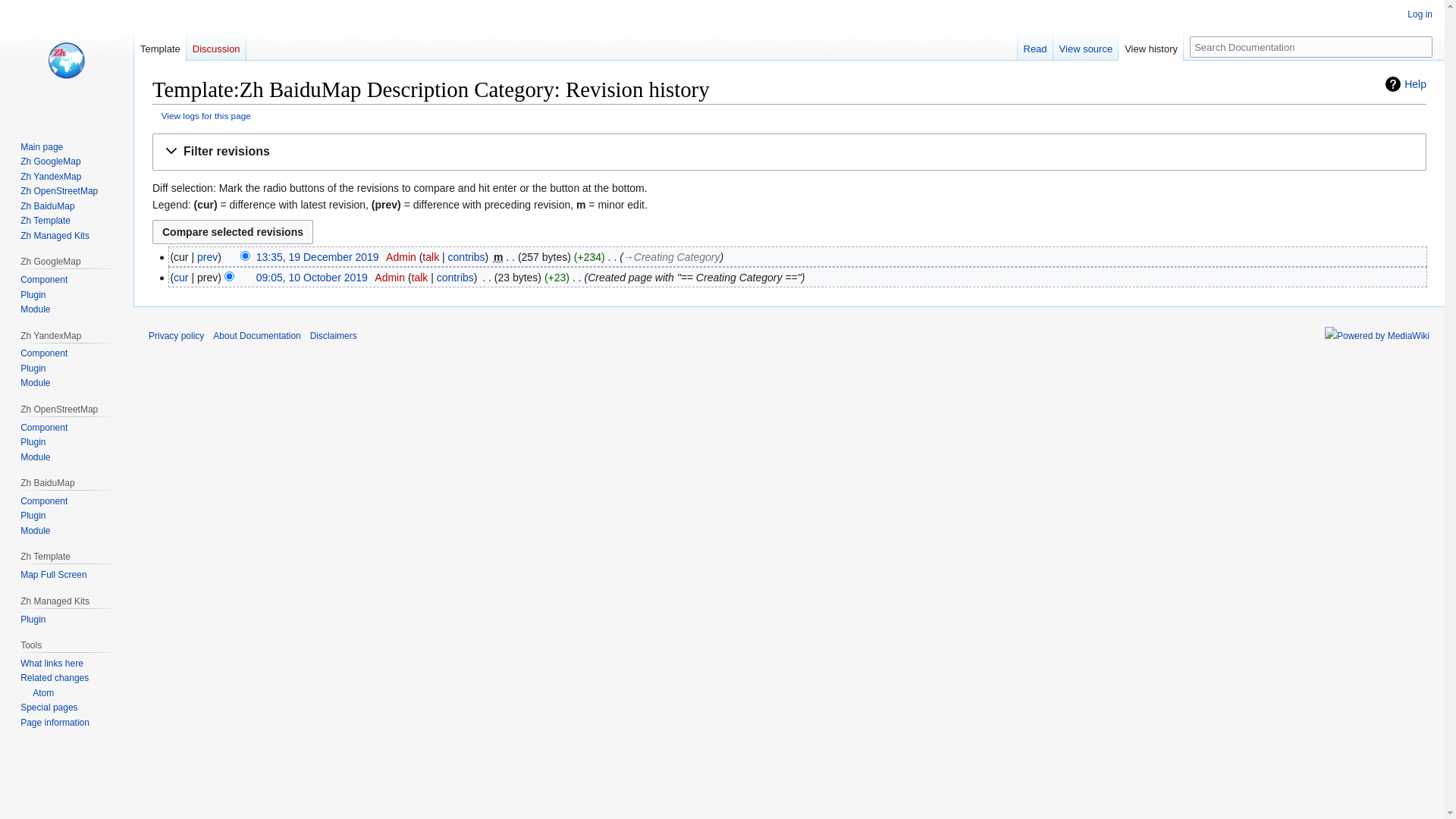 The width and height of the screenshot is (1456, 819). Describe the element at coordinates (1310, 45) in the screenshot. I see `'Search Documentation [alt-shift-f]'` at that location.